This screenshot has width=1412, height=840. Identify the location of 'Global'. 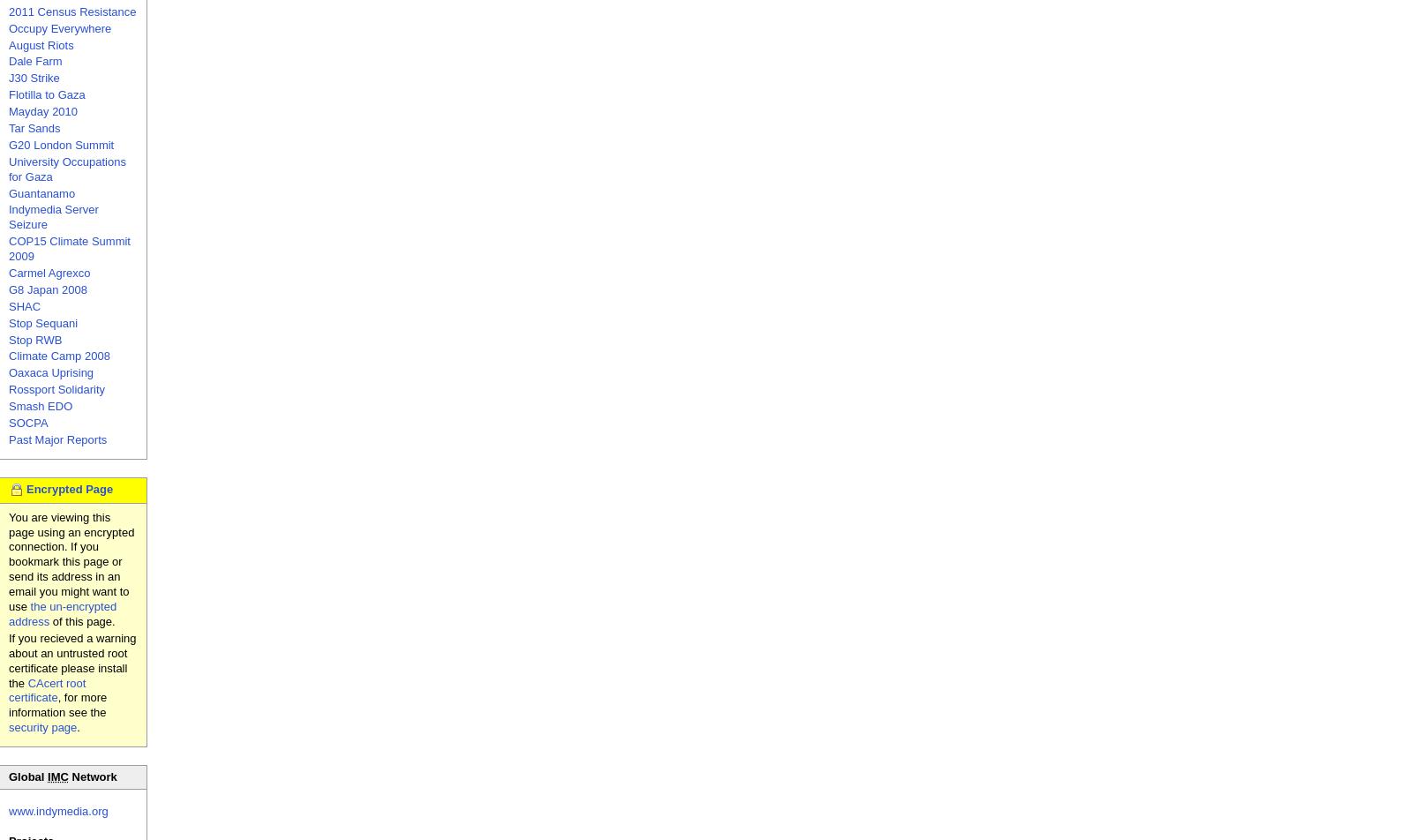
(27, 776).